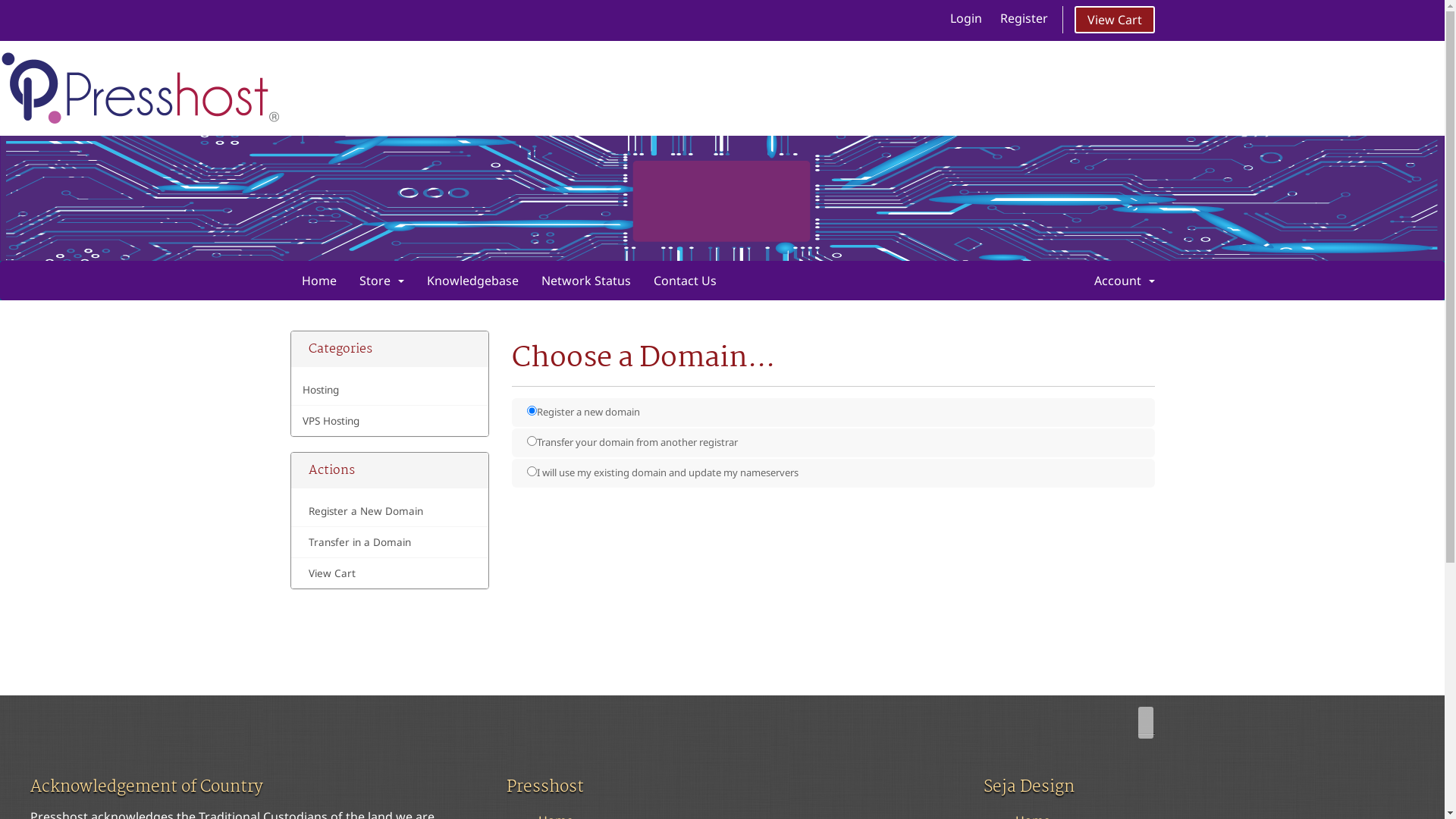 This screenshot has height=819, width=1456. What do you see at coordinates (1145, 722) in the screenshot?
I see `'back to top'` at bounding box center [1145, 722].